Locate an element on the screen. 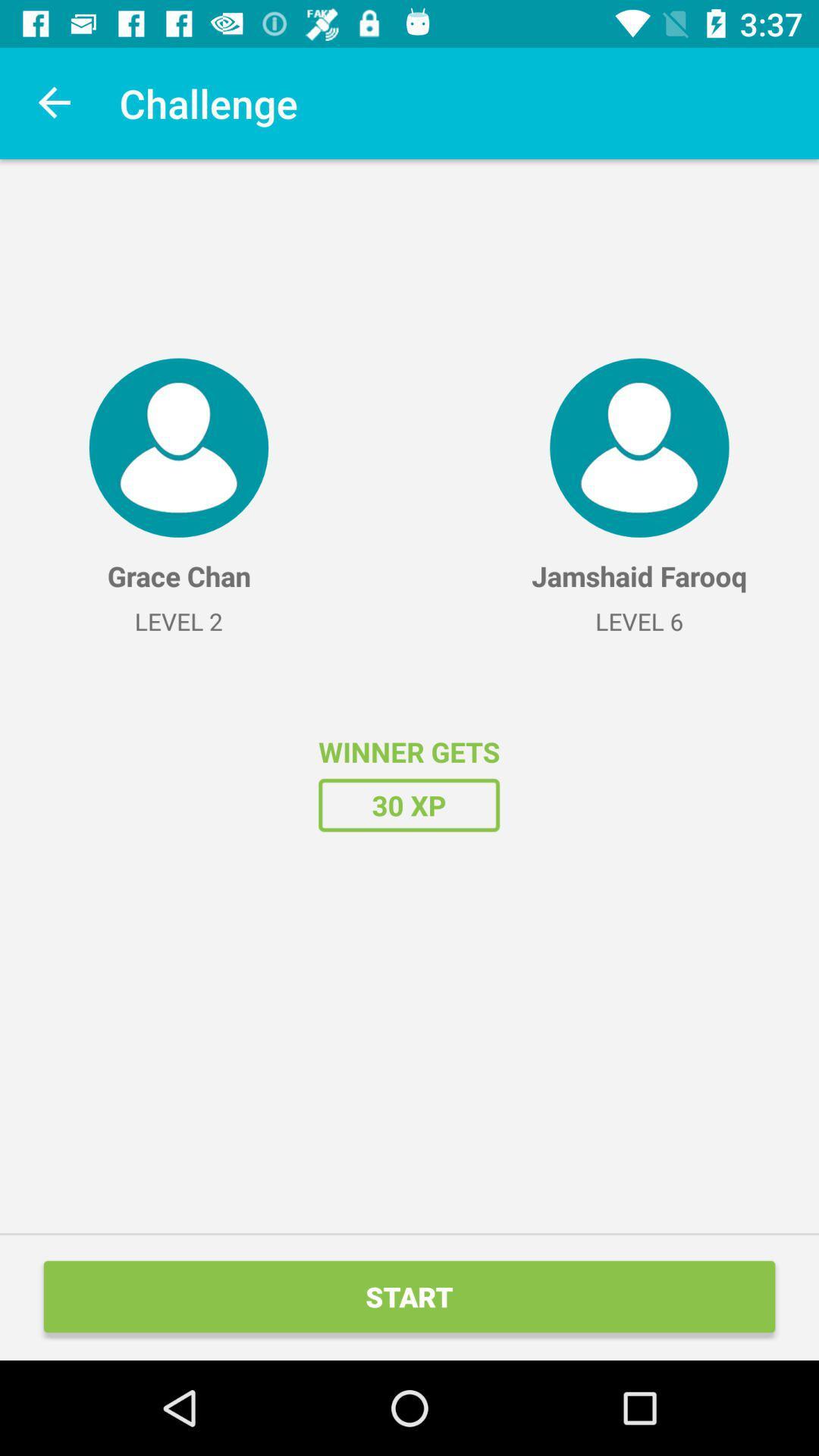  user badge is located at coordinates (177, 447).